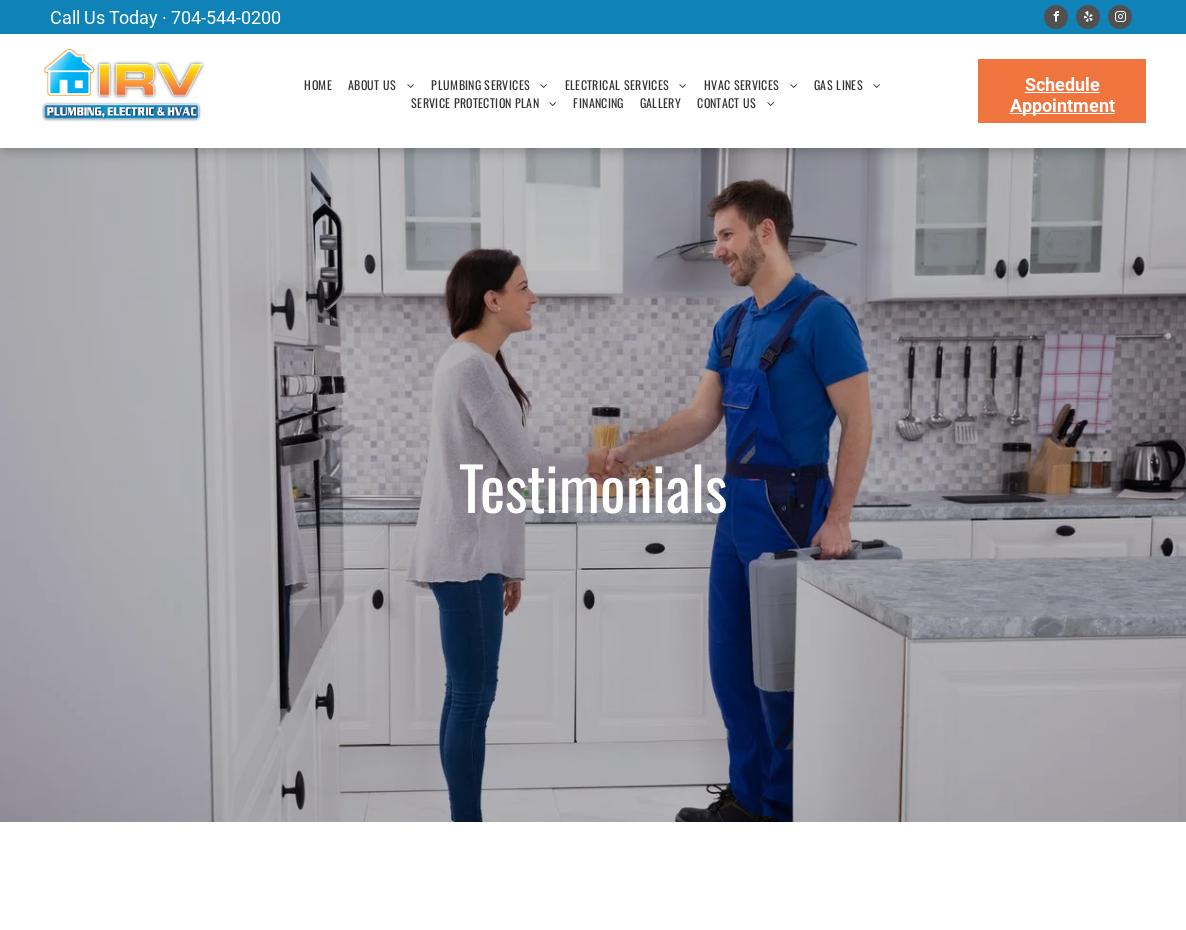 Image resolution: width=1186 pixels, height=930 pixels. What do you see at coordinates (474, 157) in the screenshot?
I see `'WATER HEATER'` at bounding box center [474, 157].